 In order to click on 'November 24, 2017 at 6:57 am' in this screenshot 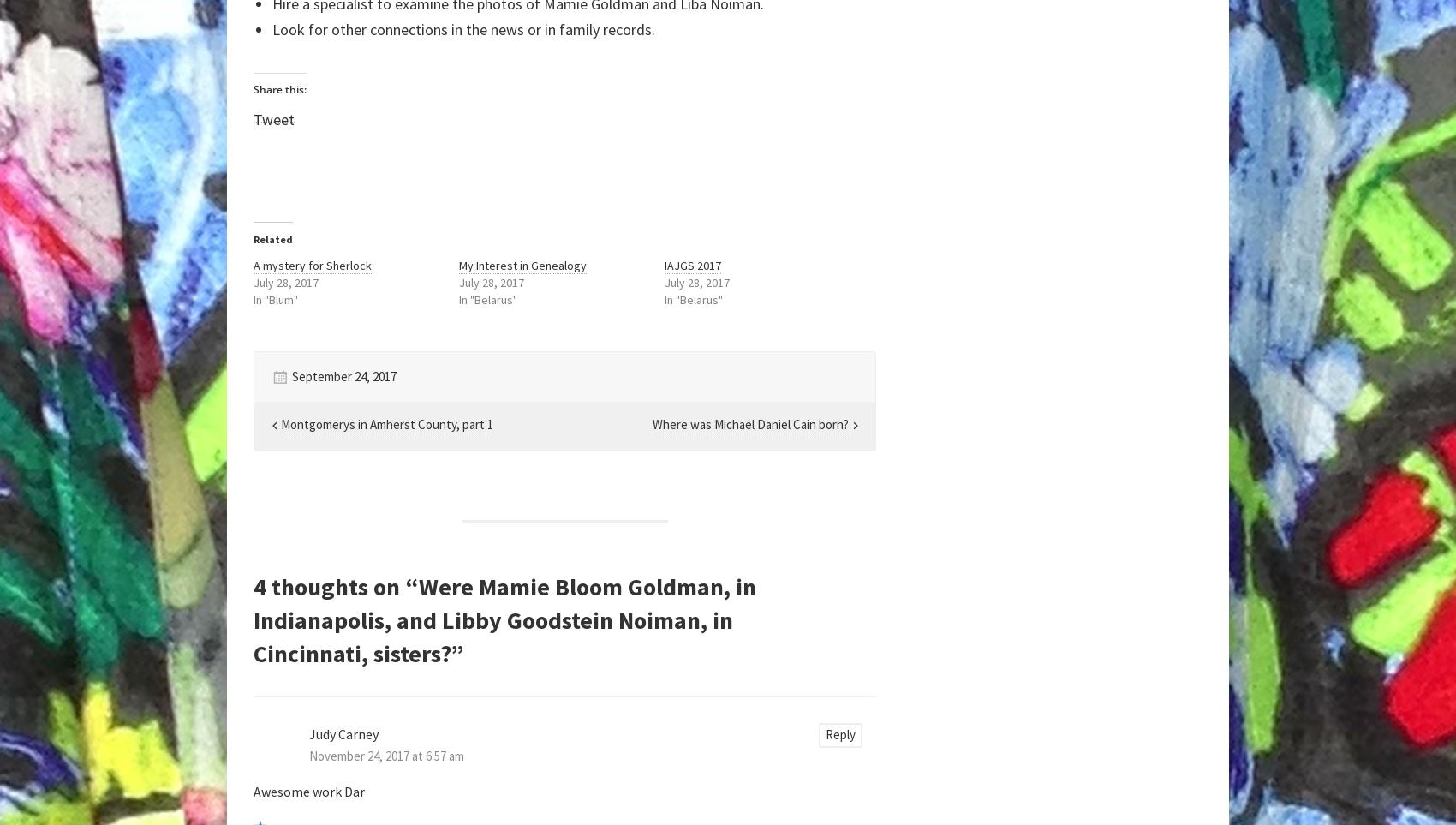, I will do `click(308, 754)`.